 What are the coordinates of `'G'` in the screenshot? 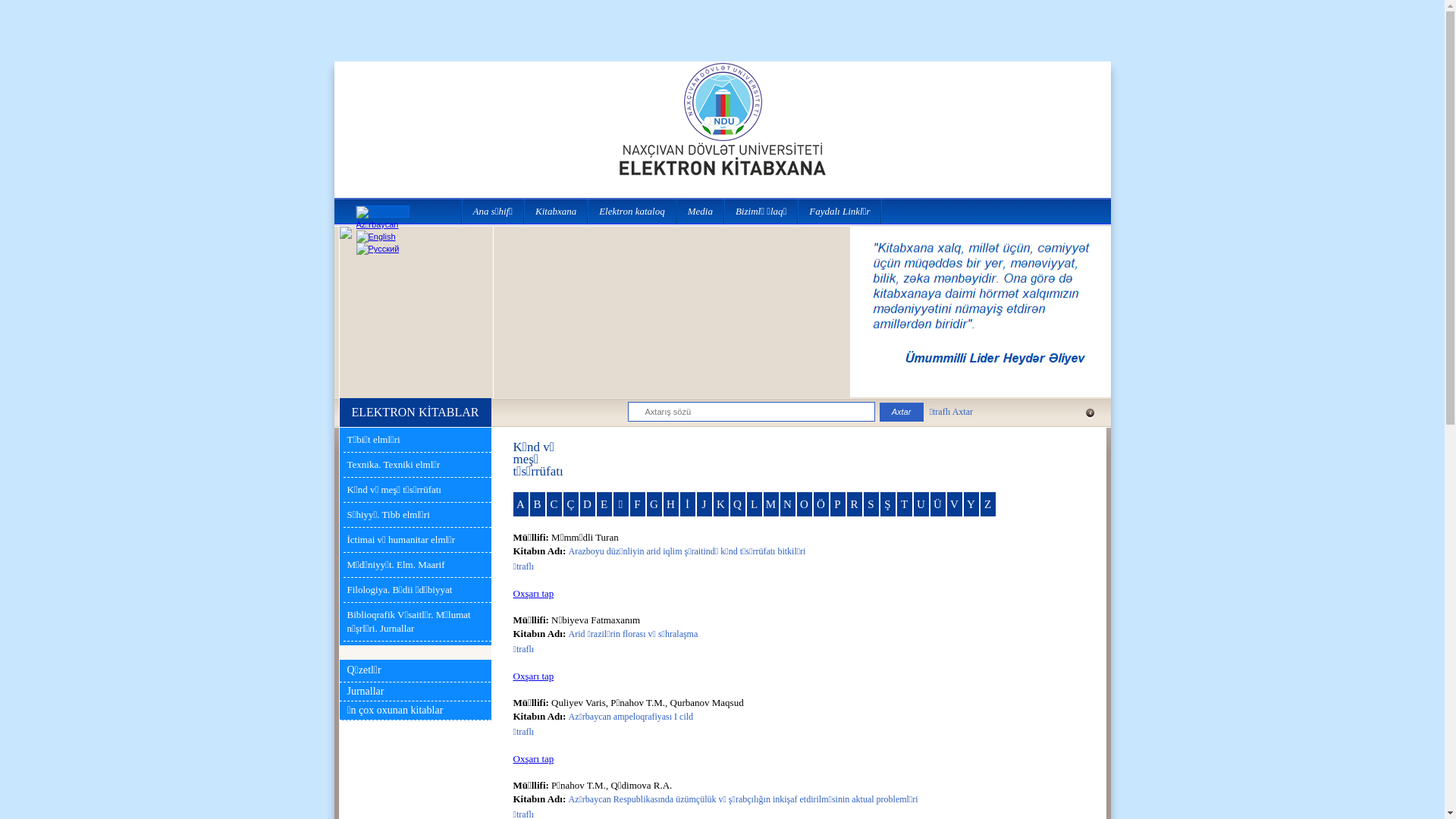 It's located at (654, 504).